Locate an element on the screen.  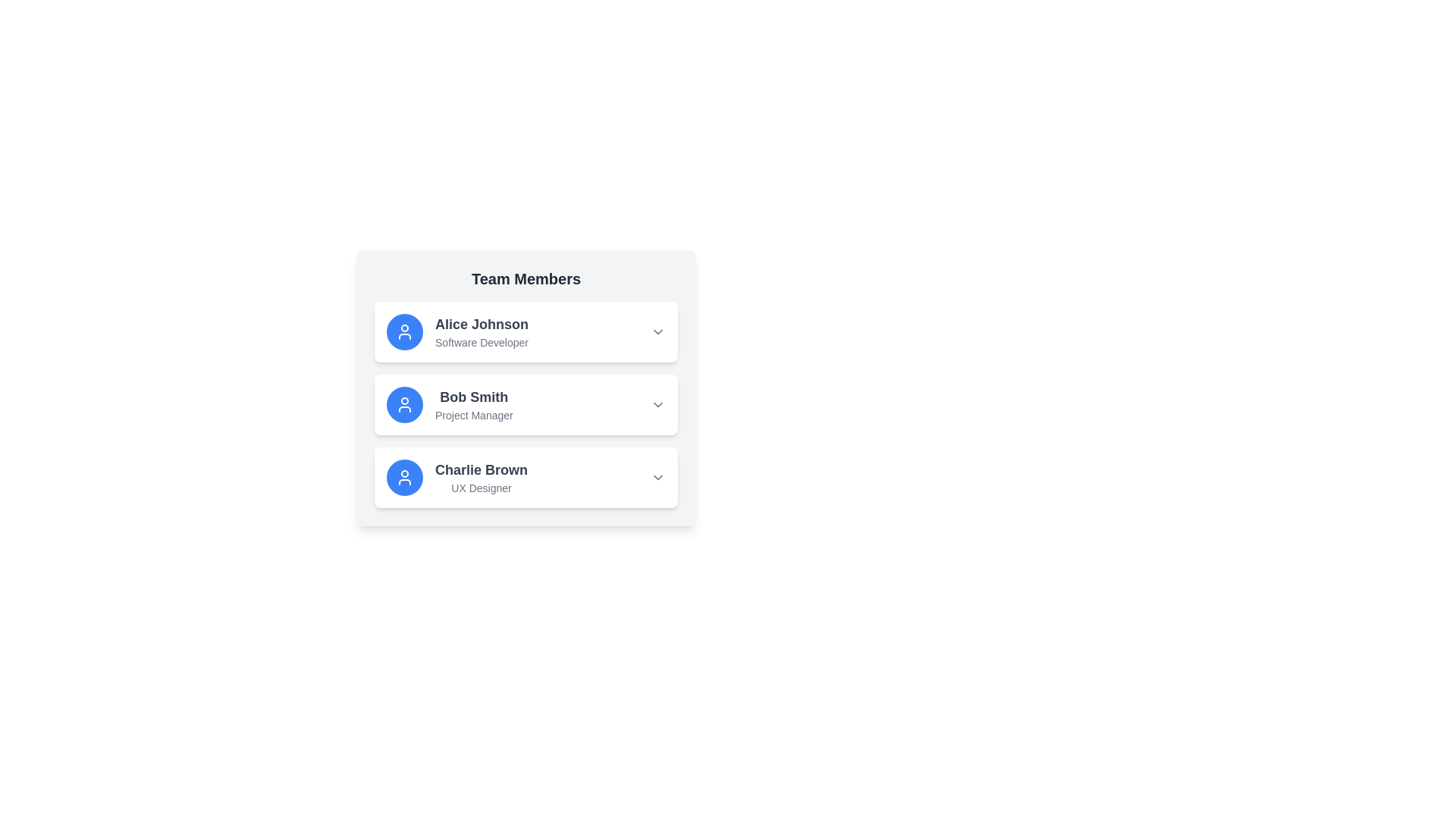
the user avatar icon, which is a circular icon with a white representation against a solid blue background, located to the left of the 'Bob Smith' label in the 'Team Members' list is located at coordinates (404, 331).